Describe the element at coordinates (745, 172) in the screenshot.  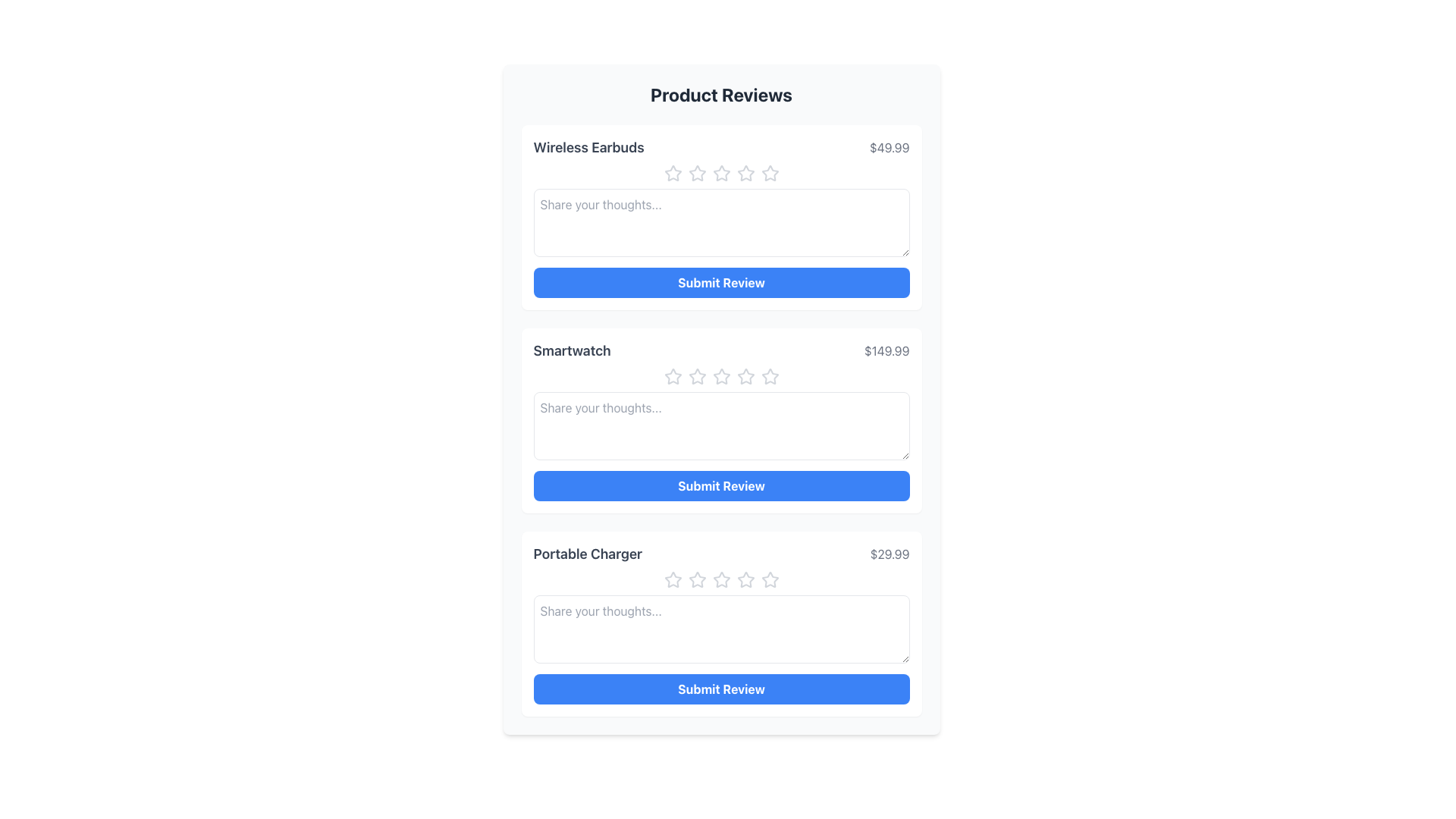
I see `the fourth star-shaped rating icon under the 'Wireless Earbuds' section to rate it` at that location.